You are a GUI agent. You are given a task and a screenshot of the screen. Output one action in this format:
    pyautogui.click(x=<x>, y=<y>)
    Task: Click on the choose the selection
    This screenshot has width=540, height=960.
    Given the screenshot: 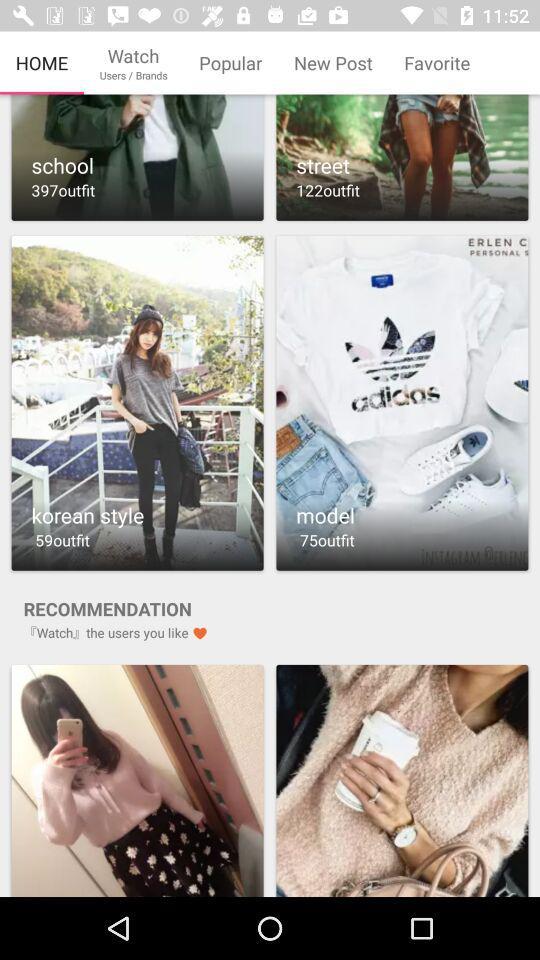 What is the action you would take?
    pyautogui.click(x=136, y=157)
    